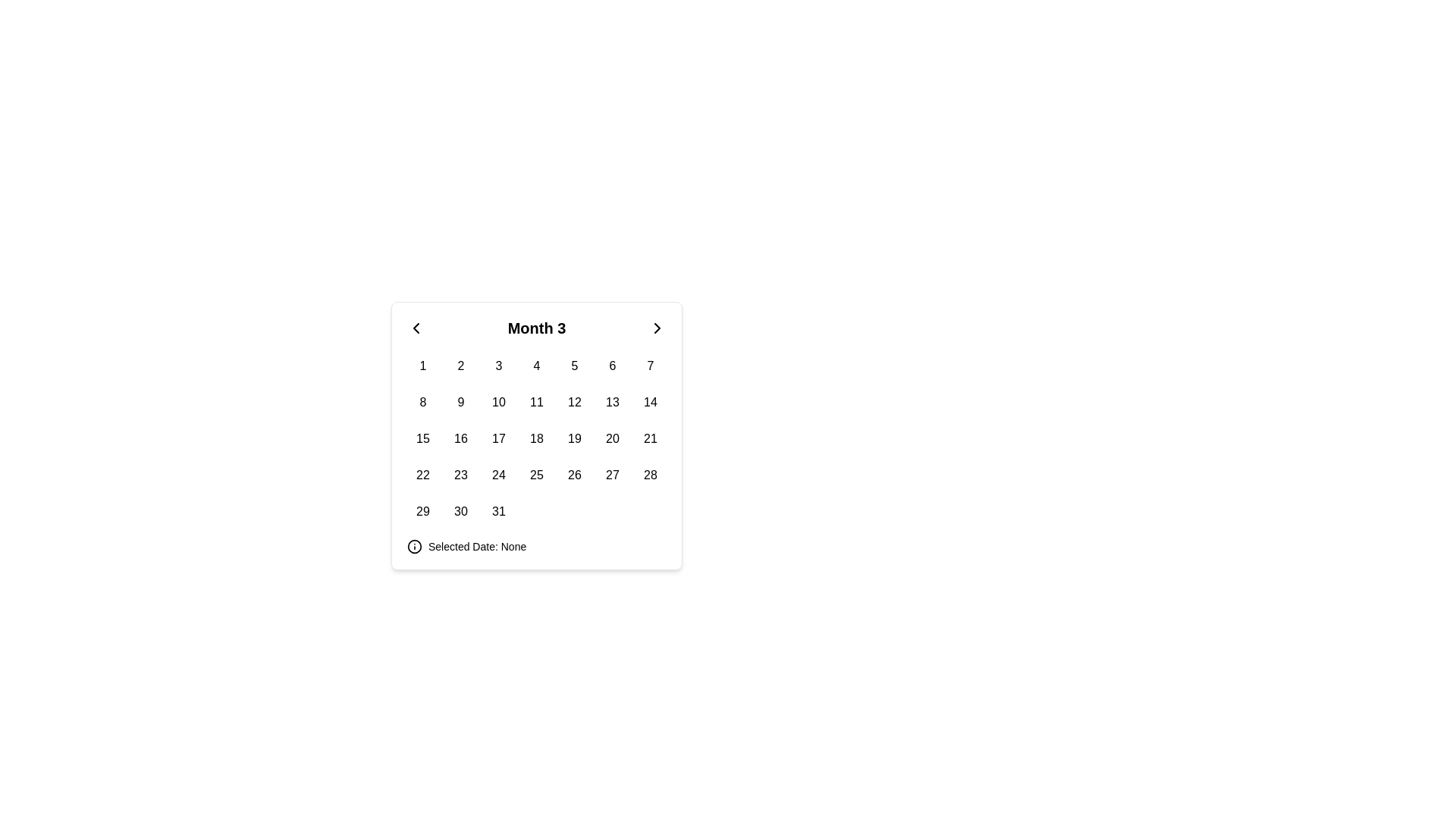 This screenshot has height=819, width=1456. Describe the element at coordinates (415, 547) in the screenshot. I see `the informational icon located near the bottom-left corner of the date selection interface, adjacent to the text 'Selected Date: None'` at that location.